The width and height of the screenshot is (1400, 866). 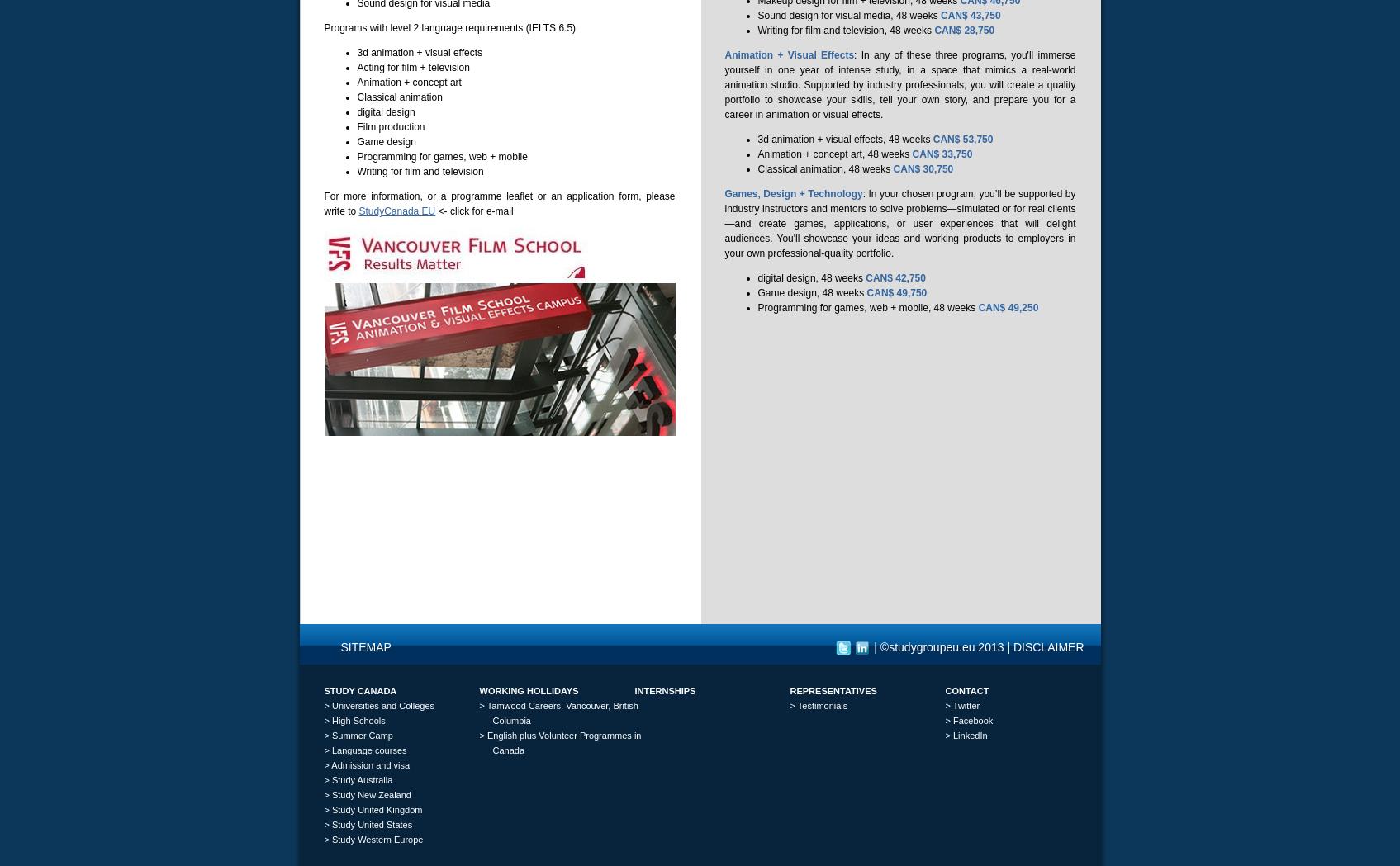 What do you see at coordinates (824, 168) in the screenshot?
I see `'Classical animation, 48 weeks'` at bounding box center [824, 168].